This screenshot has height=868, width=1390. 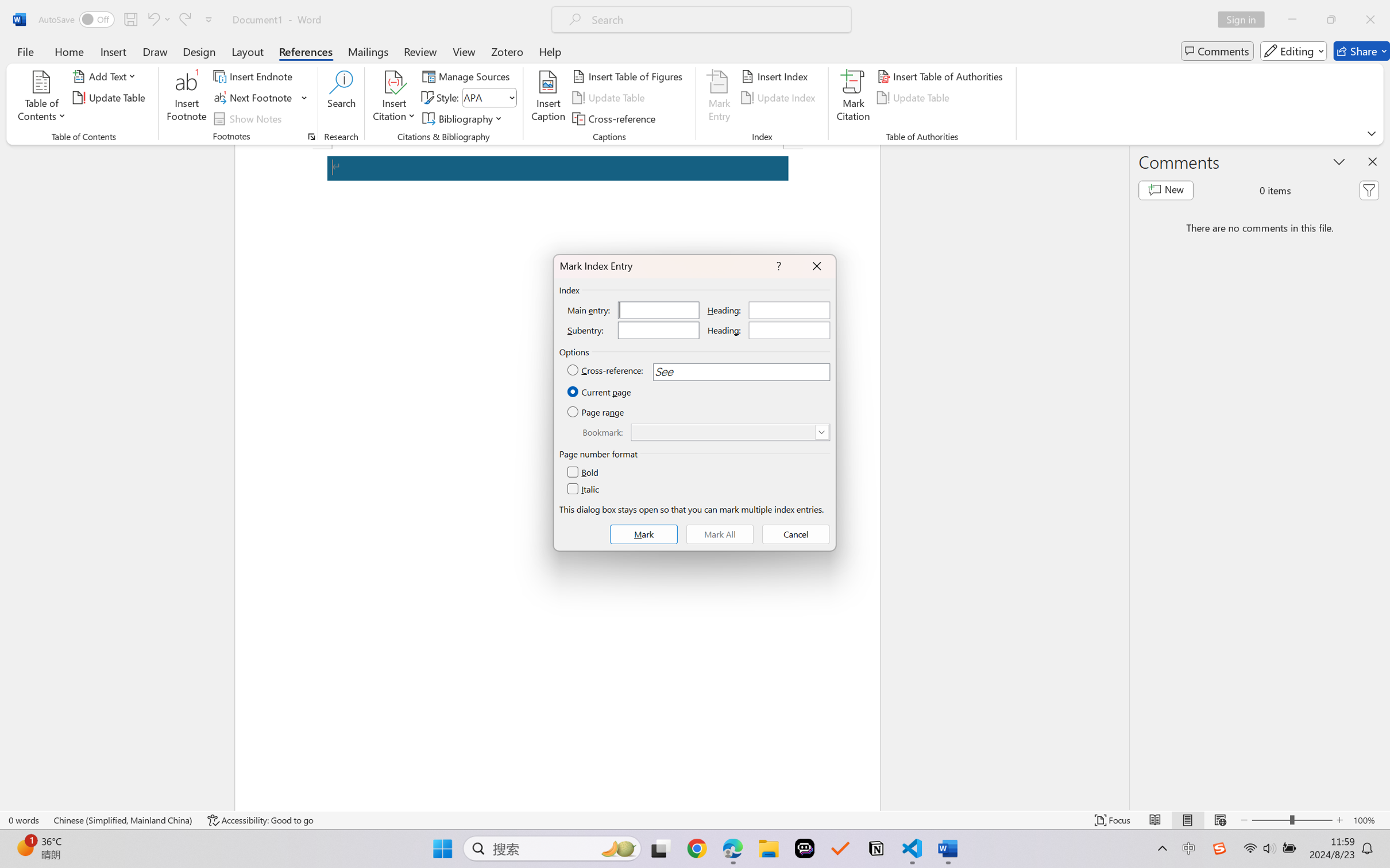 What do you see at coordinates (719, 98) in the screenshot?
I see `'Mark Entry...'` at bounding box center [719, 98].